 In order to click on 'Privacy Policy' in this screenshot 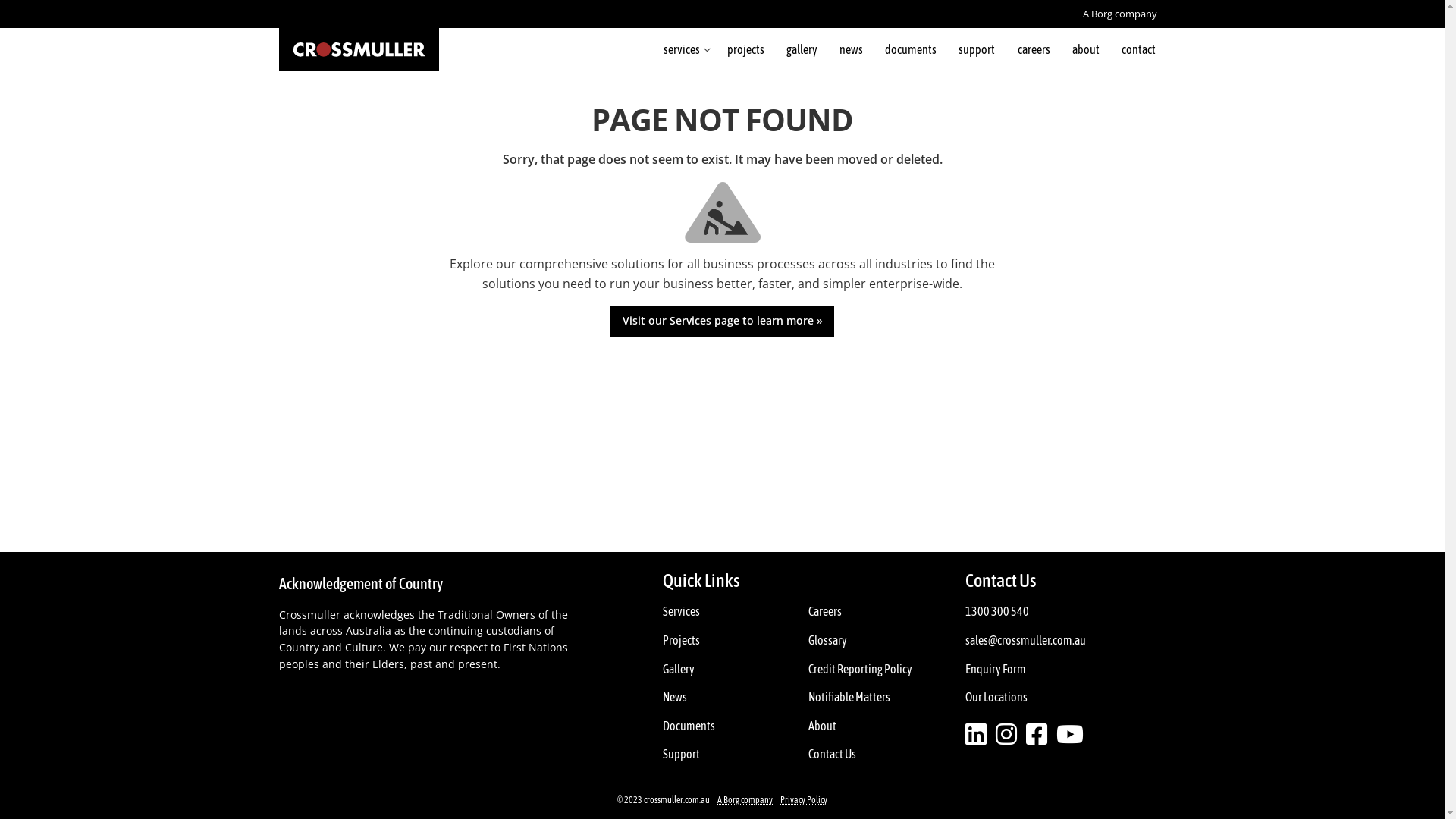, I will do `click(803, 799)`.